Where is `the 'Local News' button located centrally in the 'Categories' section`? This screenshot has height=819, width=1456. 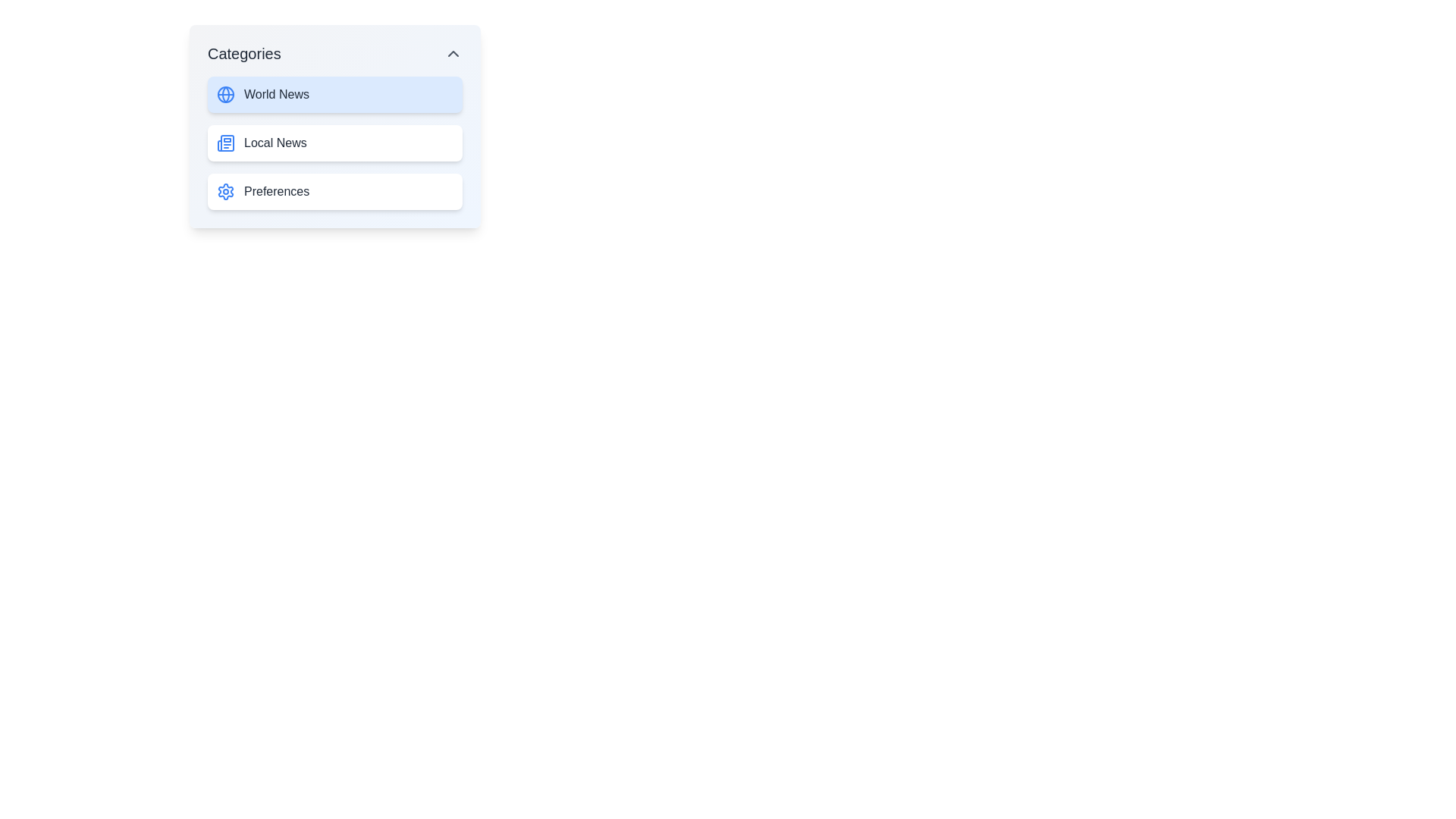 the 'Local News' button located centrally in the 'Categories' section is located at coordinates (334, 143).